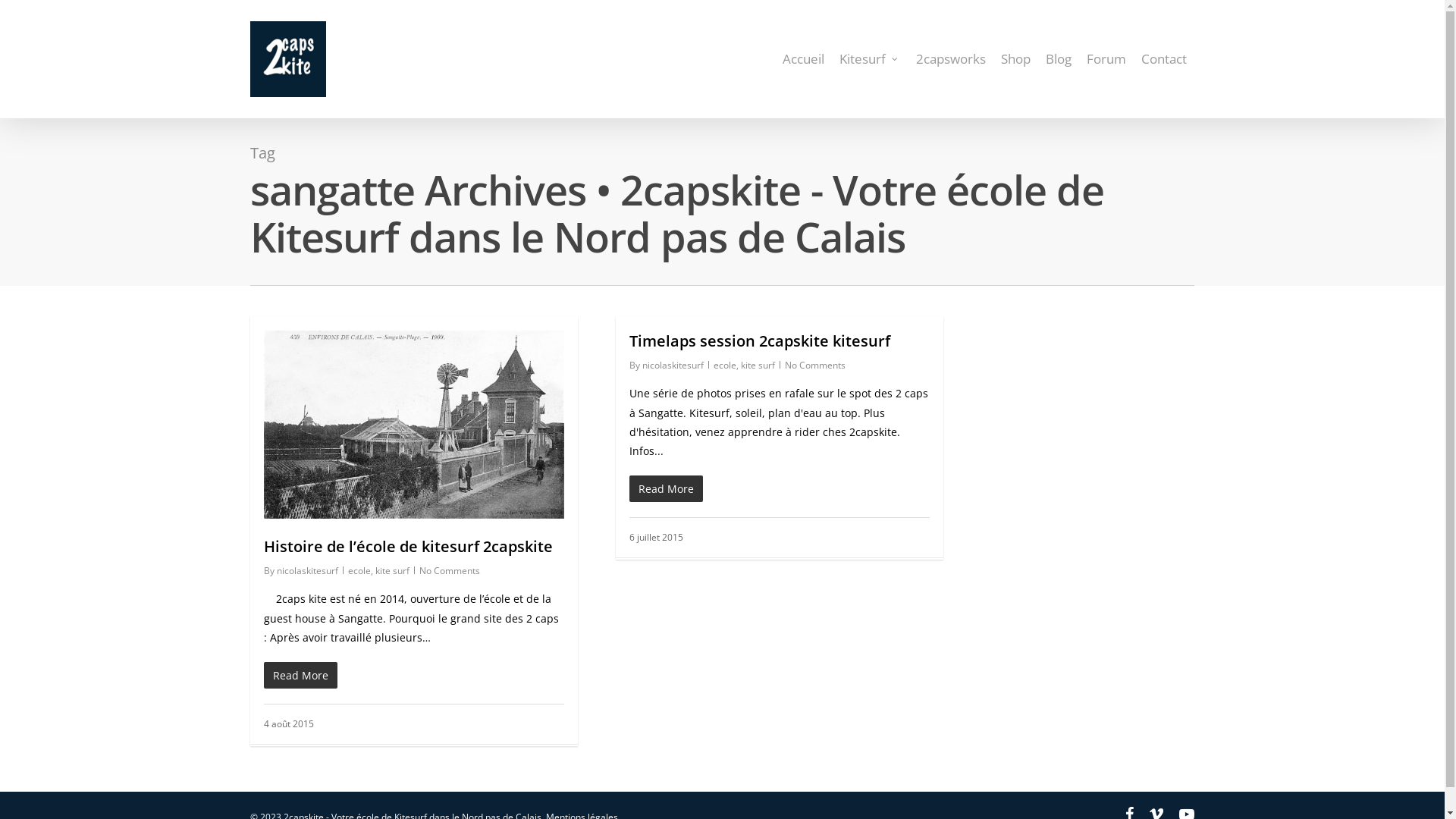 This screenshot has height=819, width=1456. Describe the element at coordinates (723, 365) in the screenshot. I see `'ecole'` at that location.